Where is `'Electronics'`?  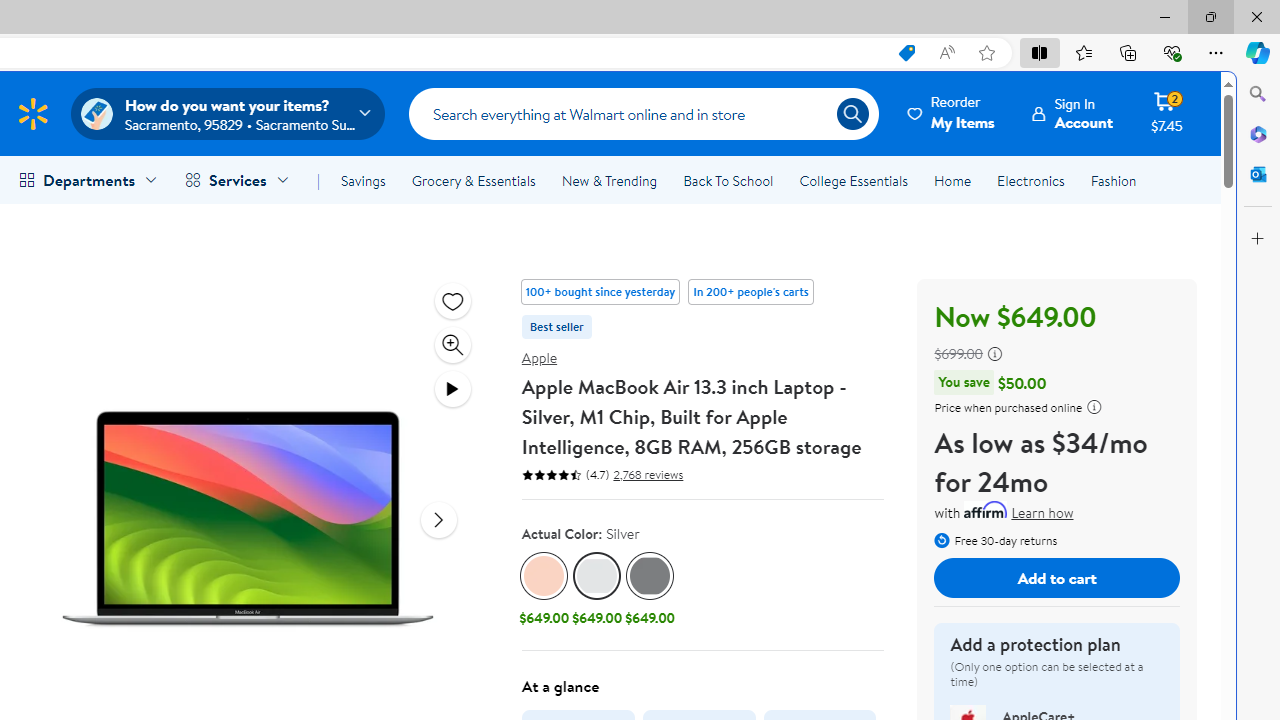
'Electronics' is located at coordinates (1031, 181).